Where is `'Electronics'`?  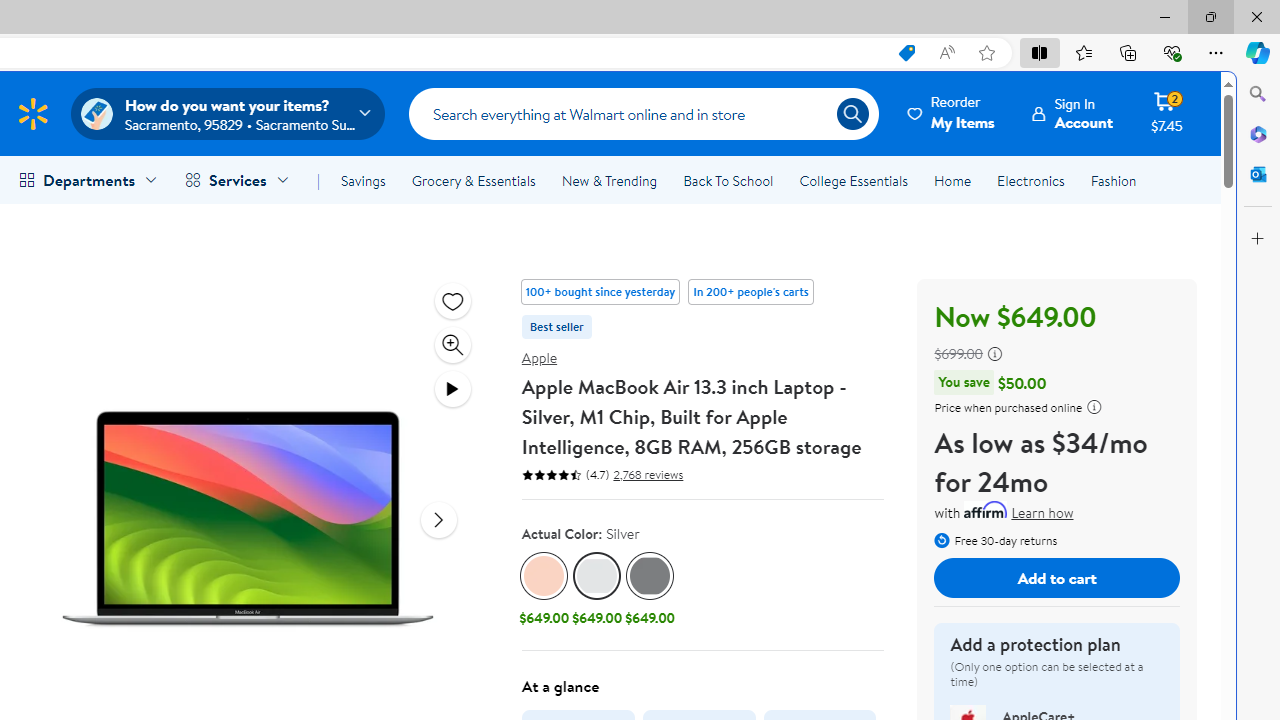
'Electronics' is located at coordinates (1031, 181).